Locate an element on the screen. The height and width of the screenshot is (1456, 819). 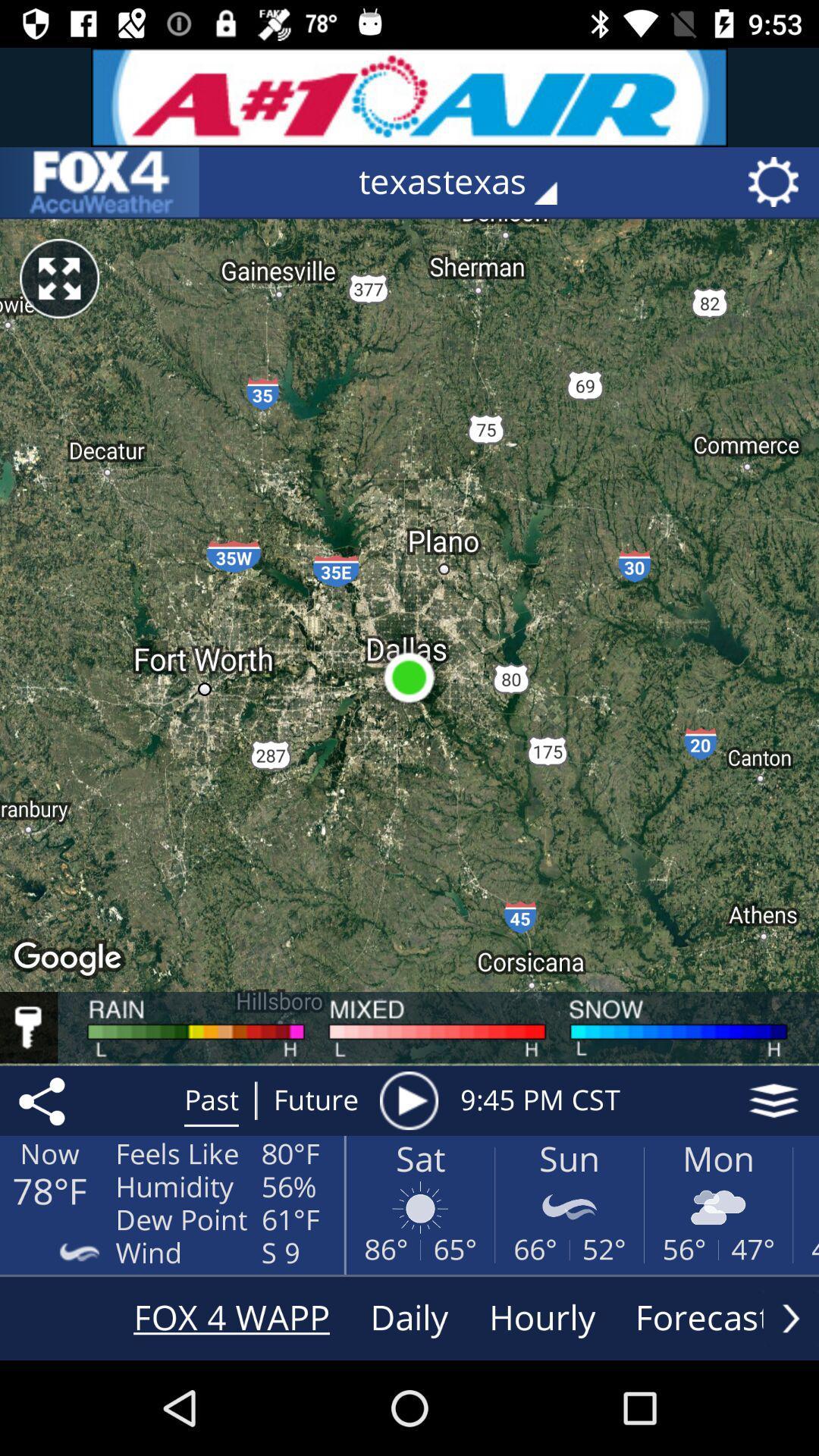
see more options is located at coordinates (790, 1317).